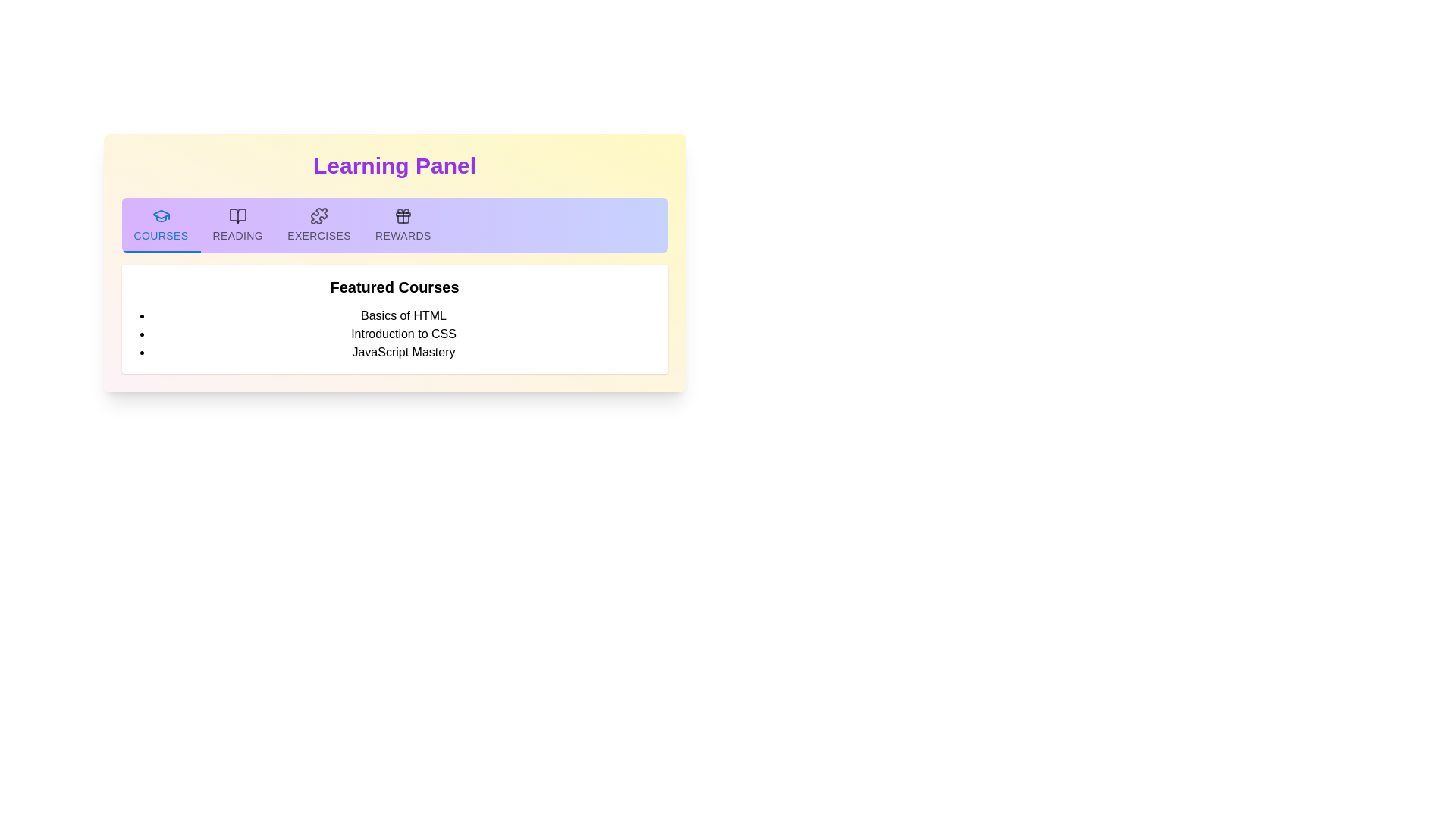 This screenshot has width=1456, height=819. What do you see at coordinates (237, 216) in the screenshot?
I see `the 'Reading' icon, which is the second icon in a horizontal row of icons at the top of the interface` at bounding box center [237, 216].